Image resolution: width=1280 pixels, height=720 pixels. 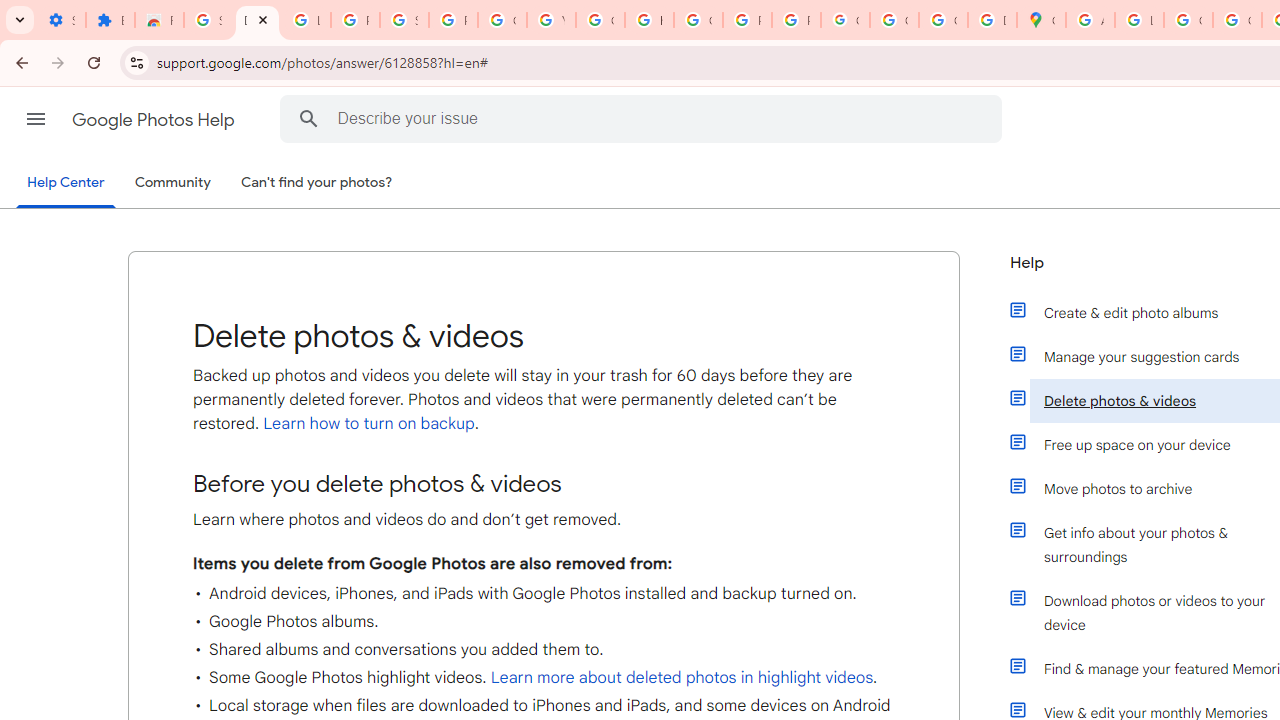 What do you see at coordinates (682, 677) in the screenshot?
I see `'Learn more about deleted photos in highlight videos'` at bounding box center [682, 677].